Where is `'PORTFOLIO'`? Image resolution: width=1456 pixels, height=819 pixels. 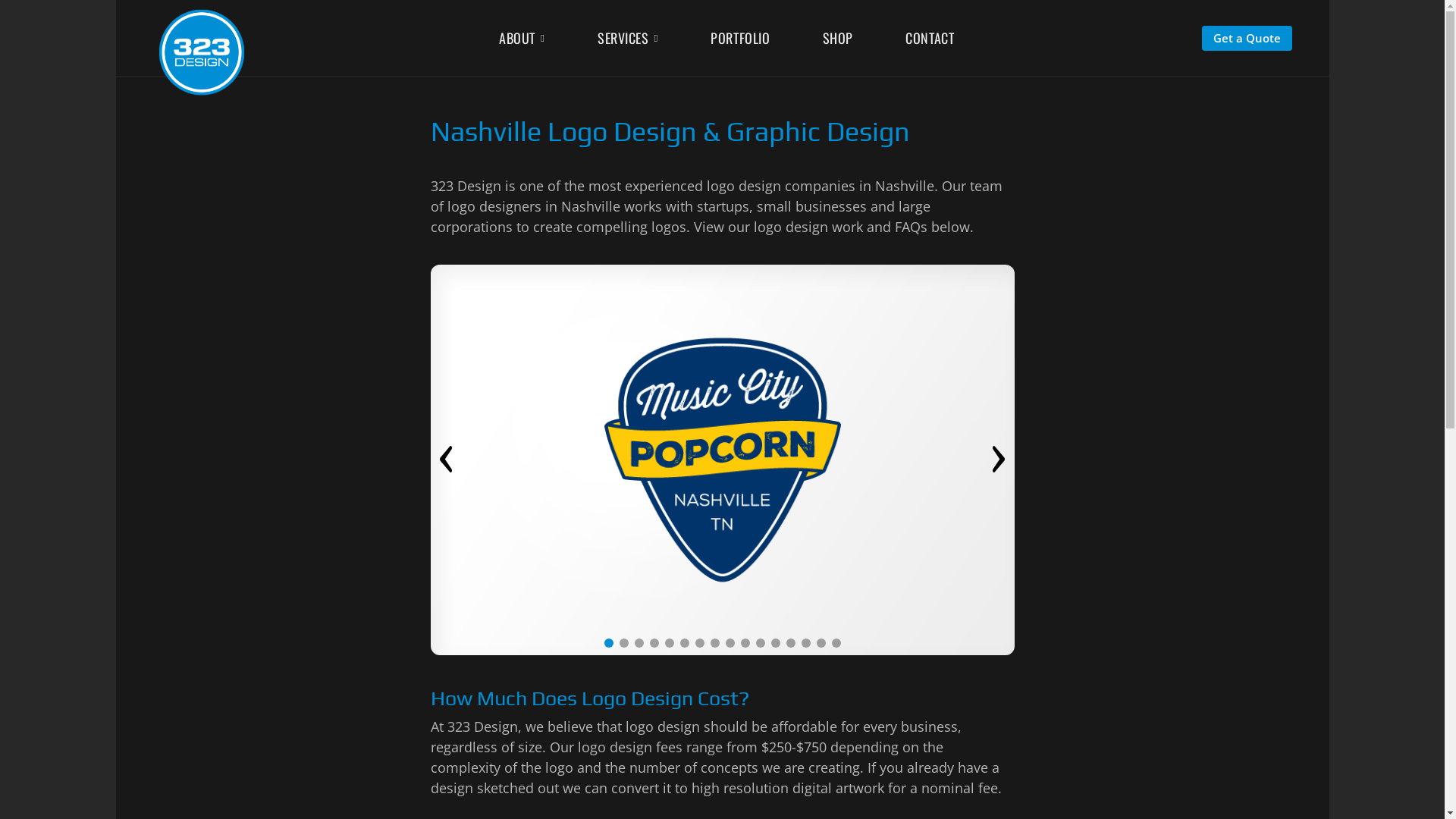
'PORTFOLIO' is located at coordinates (709, 36).